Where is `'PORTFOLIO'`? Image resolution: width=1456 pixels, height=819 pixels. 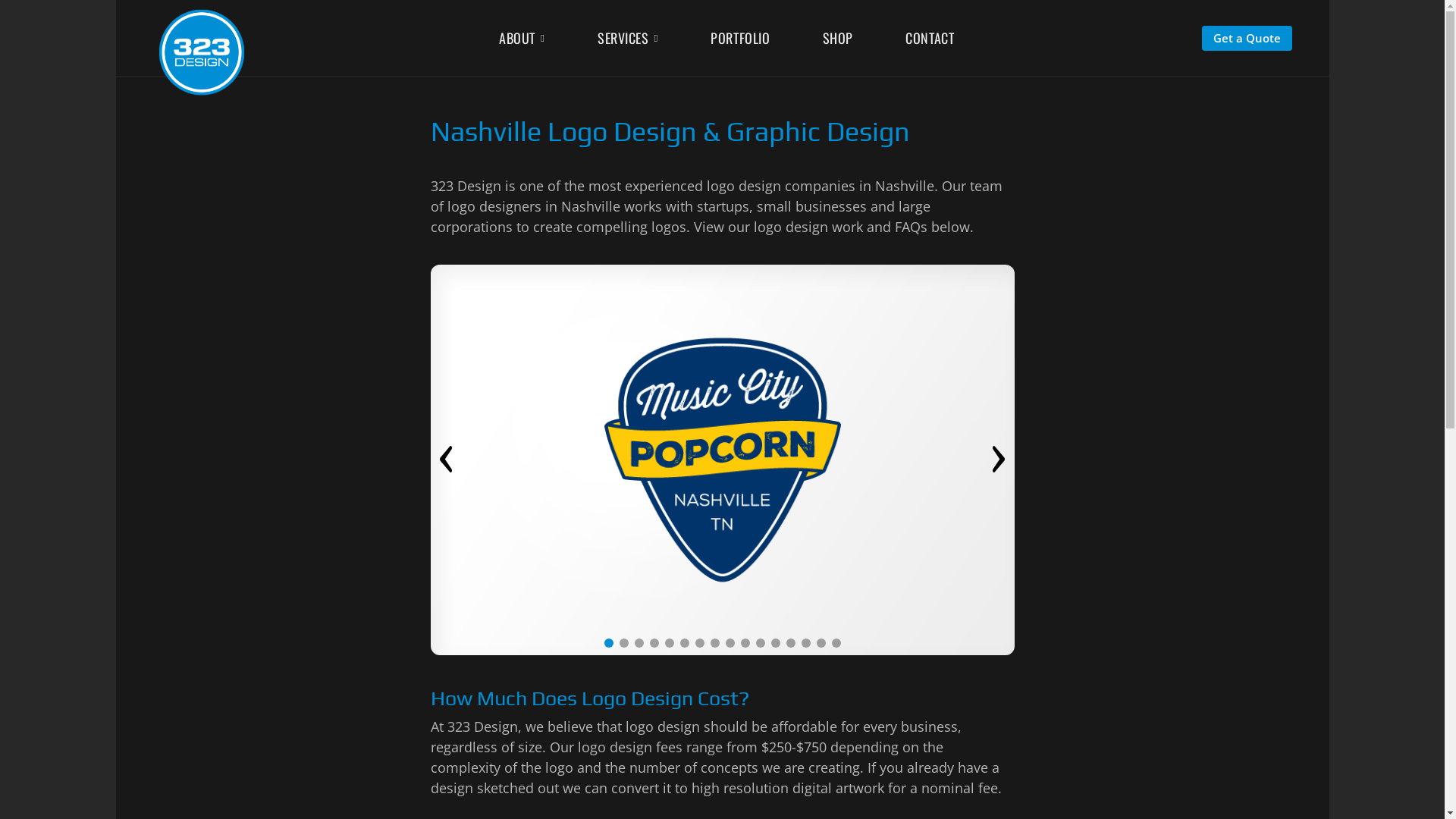
'PORTFOLIO' is located at coordinates (709, 36).